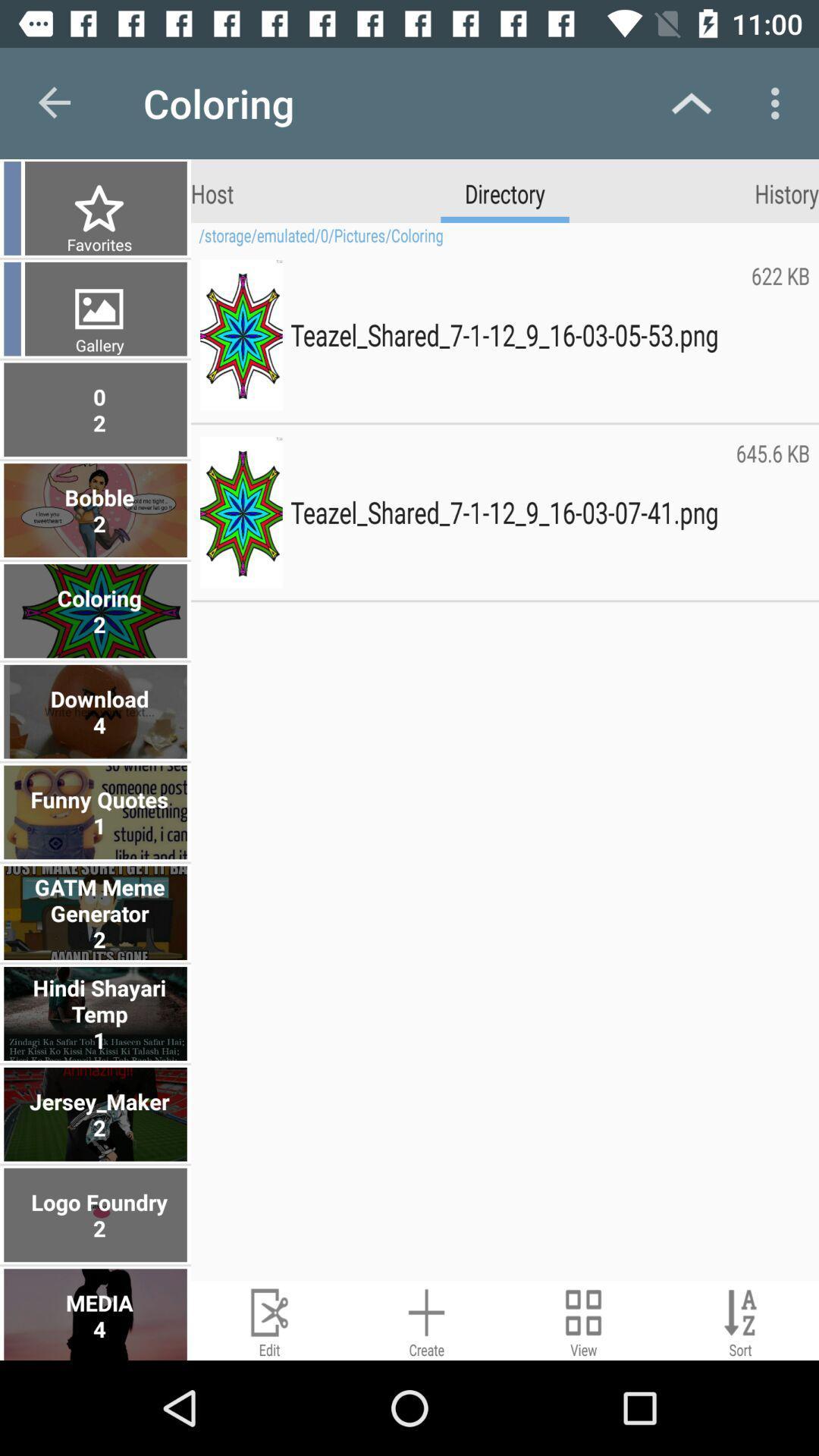 The image size is (819, 1456). What do you see at coordinates (97, 711) in the screenshot?
I see `the download` at bounding box center [97, 711].